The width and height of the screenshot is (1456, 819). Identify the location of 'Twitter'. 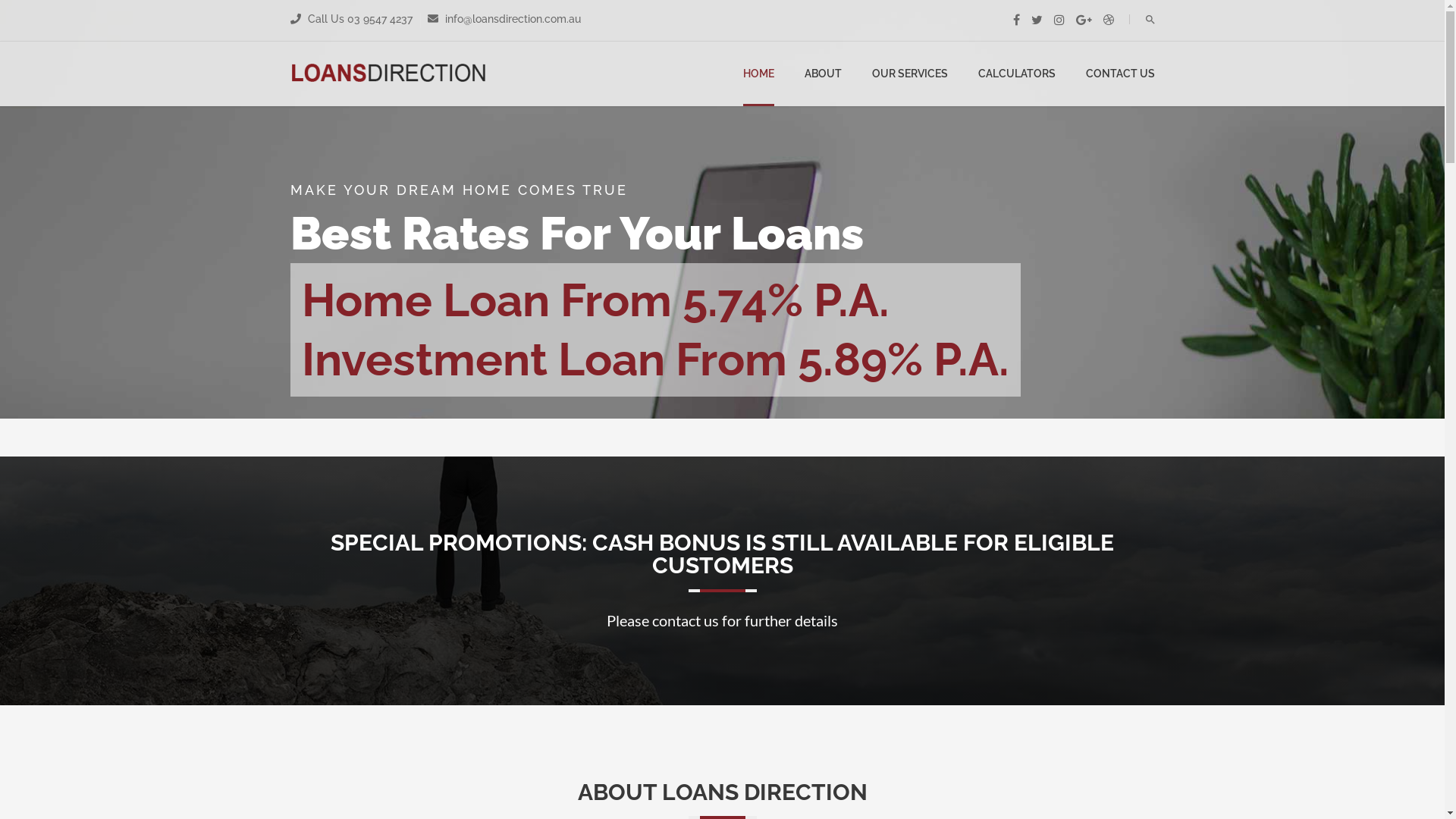
(1036, 20).